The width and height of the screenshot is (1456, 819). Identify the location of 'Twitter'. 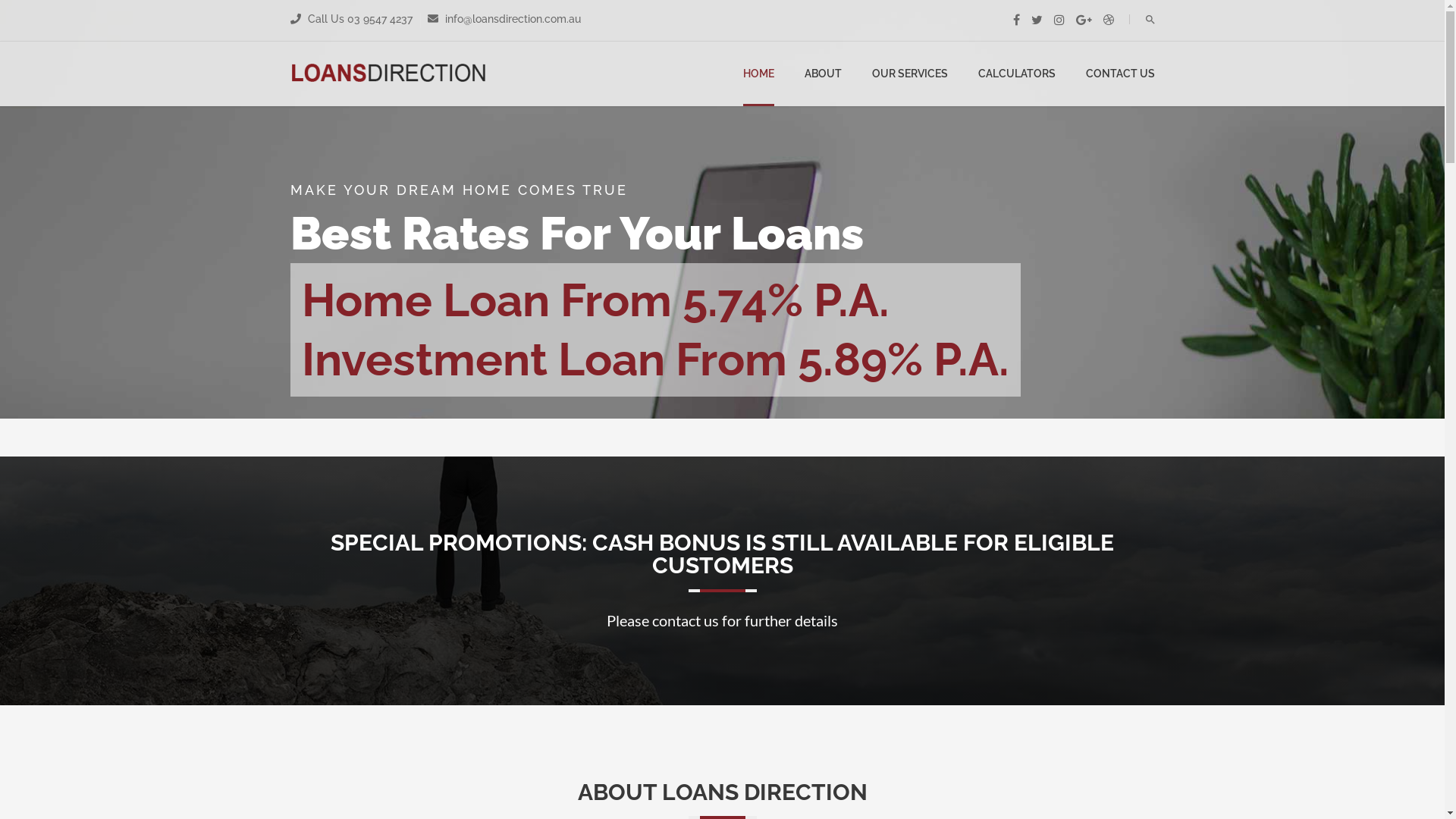
(1036, 20).